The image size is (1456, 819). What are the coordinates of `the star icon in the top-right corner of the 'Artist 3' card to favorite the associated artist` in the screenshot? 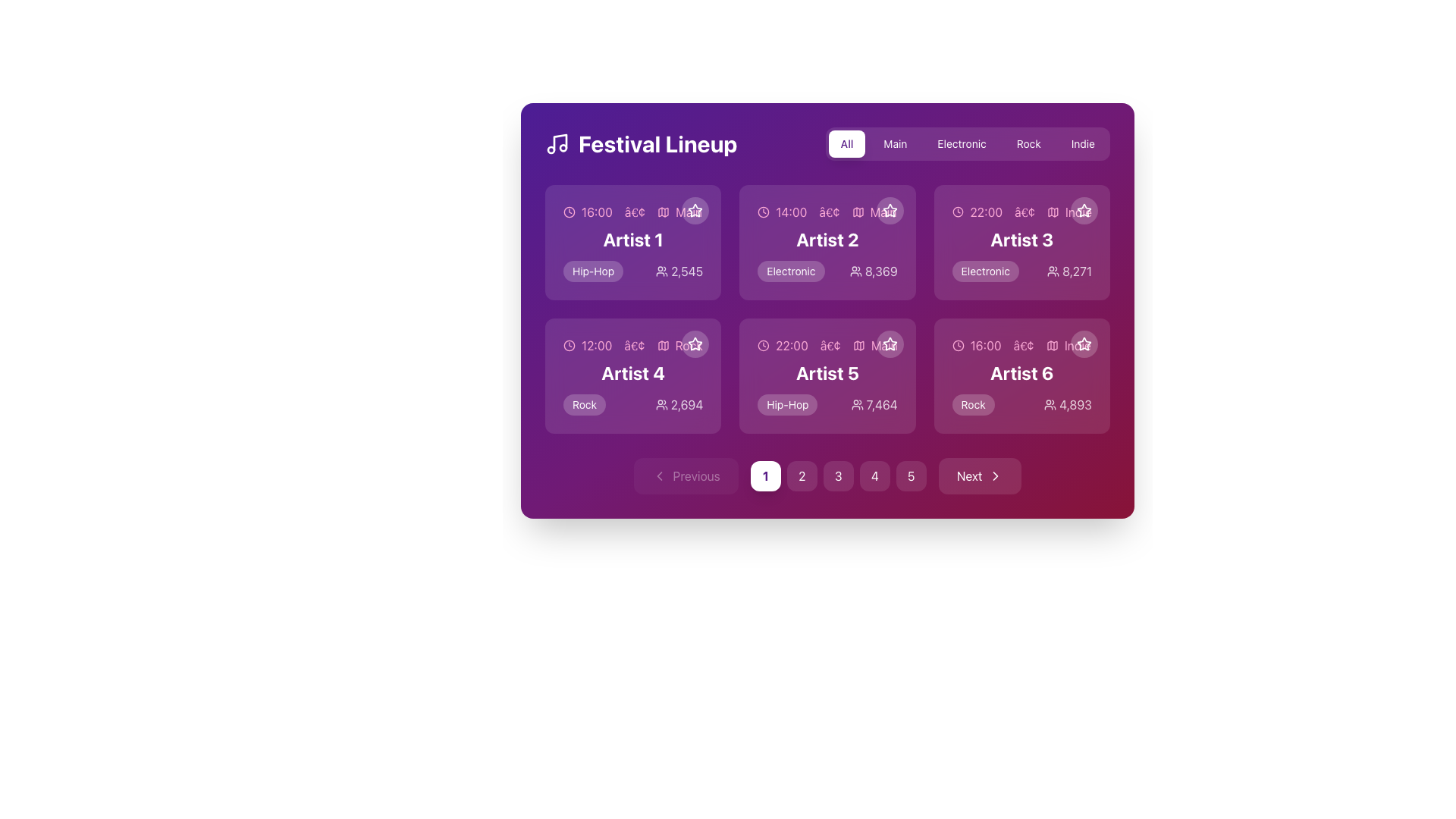 It's located at (1084, 210).